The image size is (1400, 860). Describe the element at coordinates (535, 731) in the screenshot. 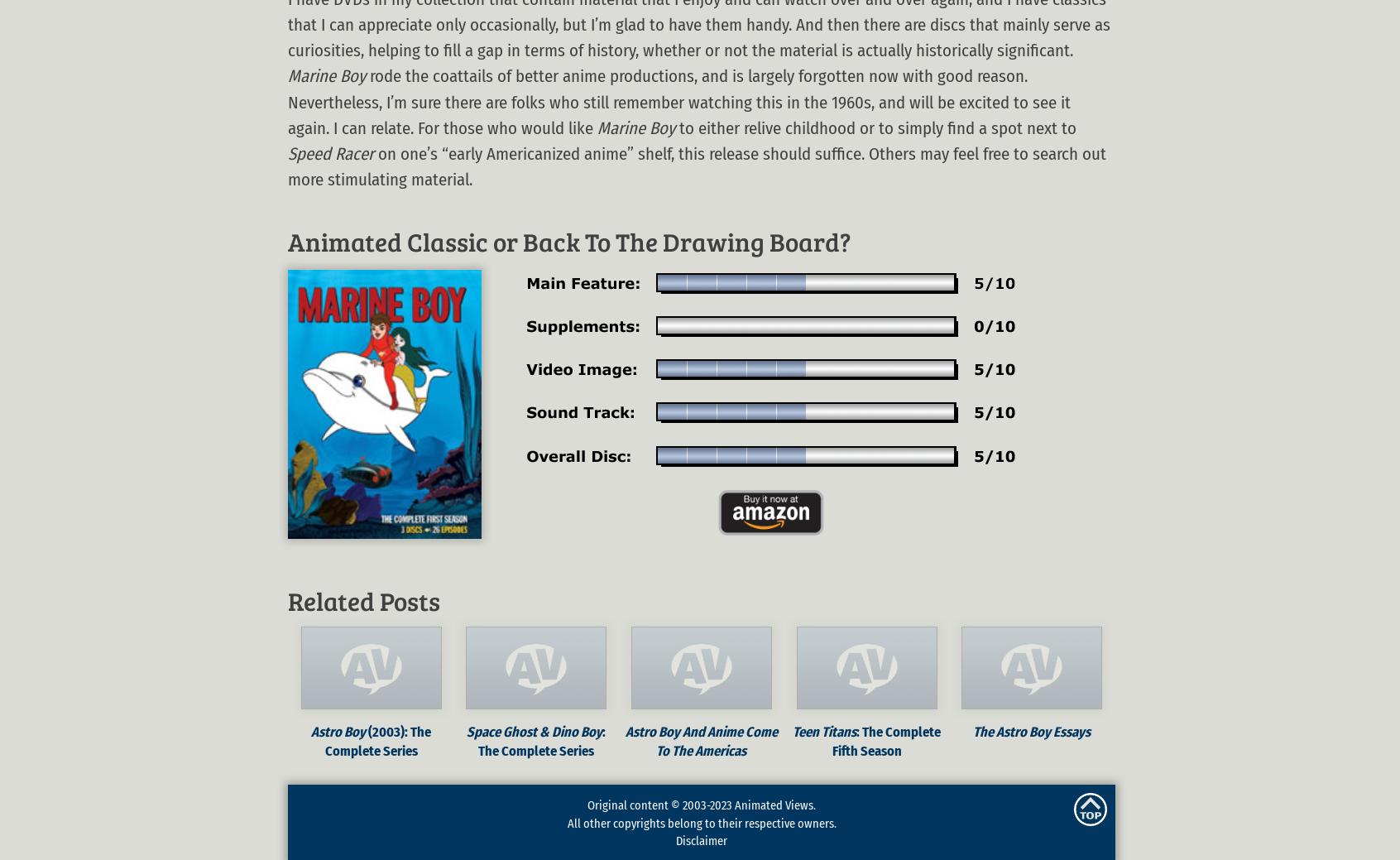

I see `'Space Ghost & Dino Boy'` at that location.